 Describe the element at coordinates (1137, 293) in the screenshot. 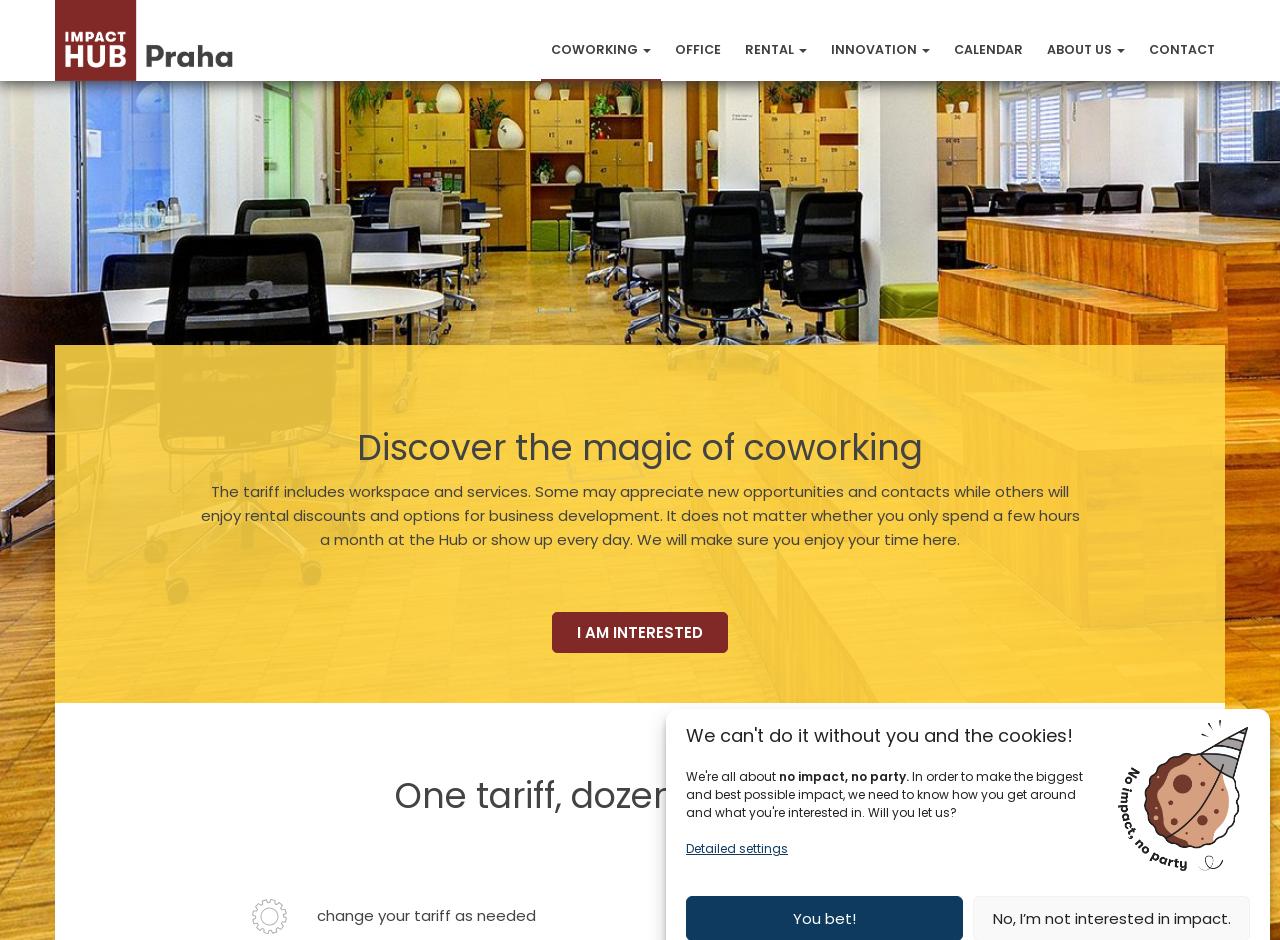

I see `'Impact Hub in the World'` at that location.